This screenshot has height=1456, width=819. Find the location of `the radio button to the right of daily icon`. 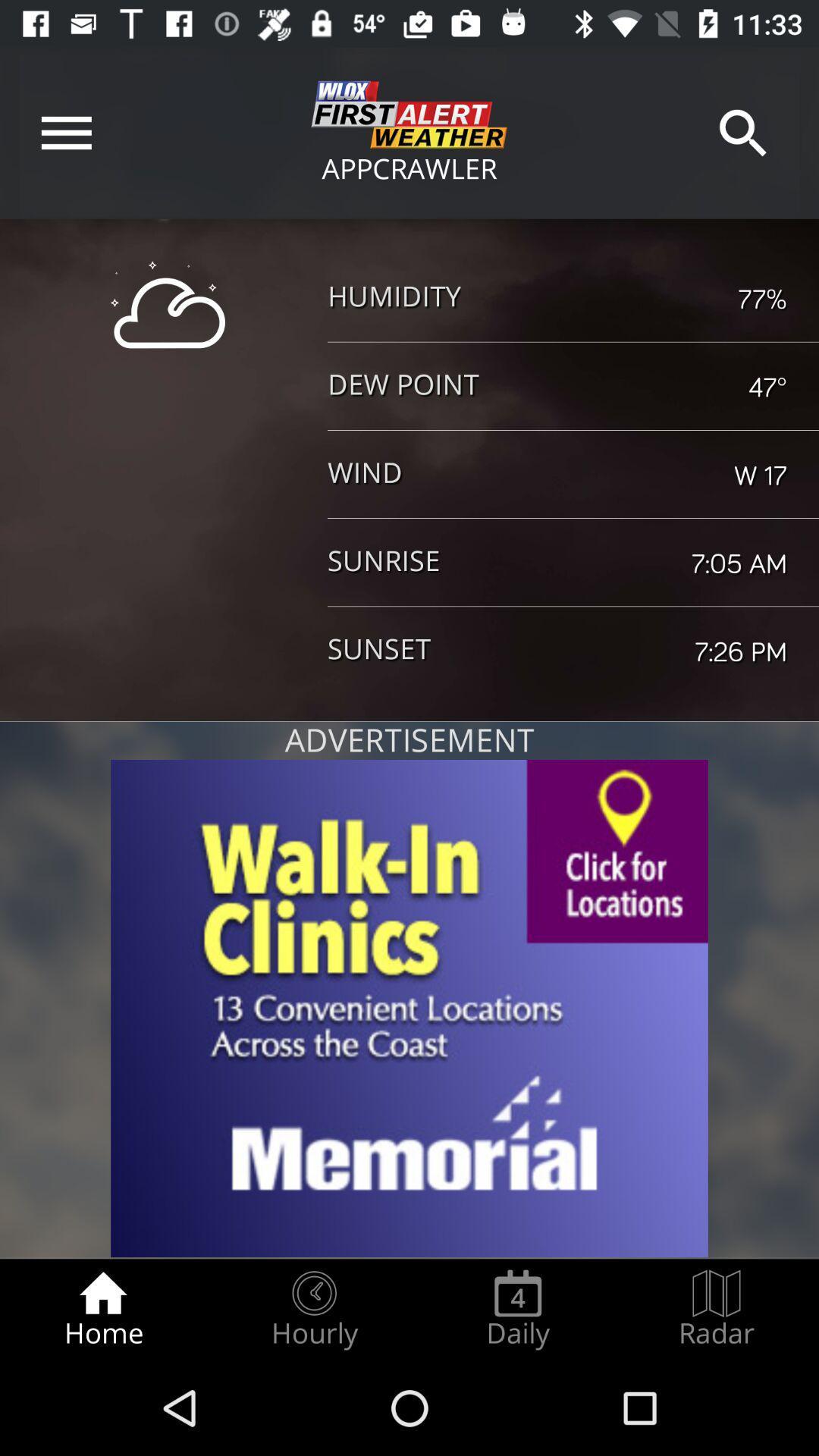

the radio button to the right of daily icon is located at coordinates (717, 1309).